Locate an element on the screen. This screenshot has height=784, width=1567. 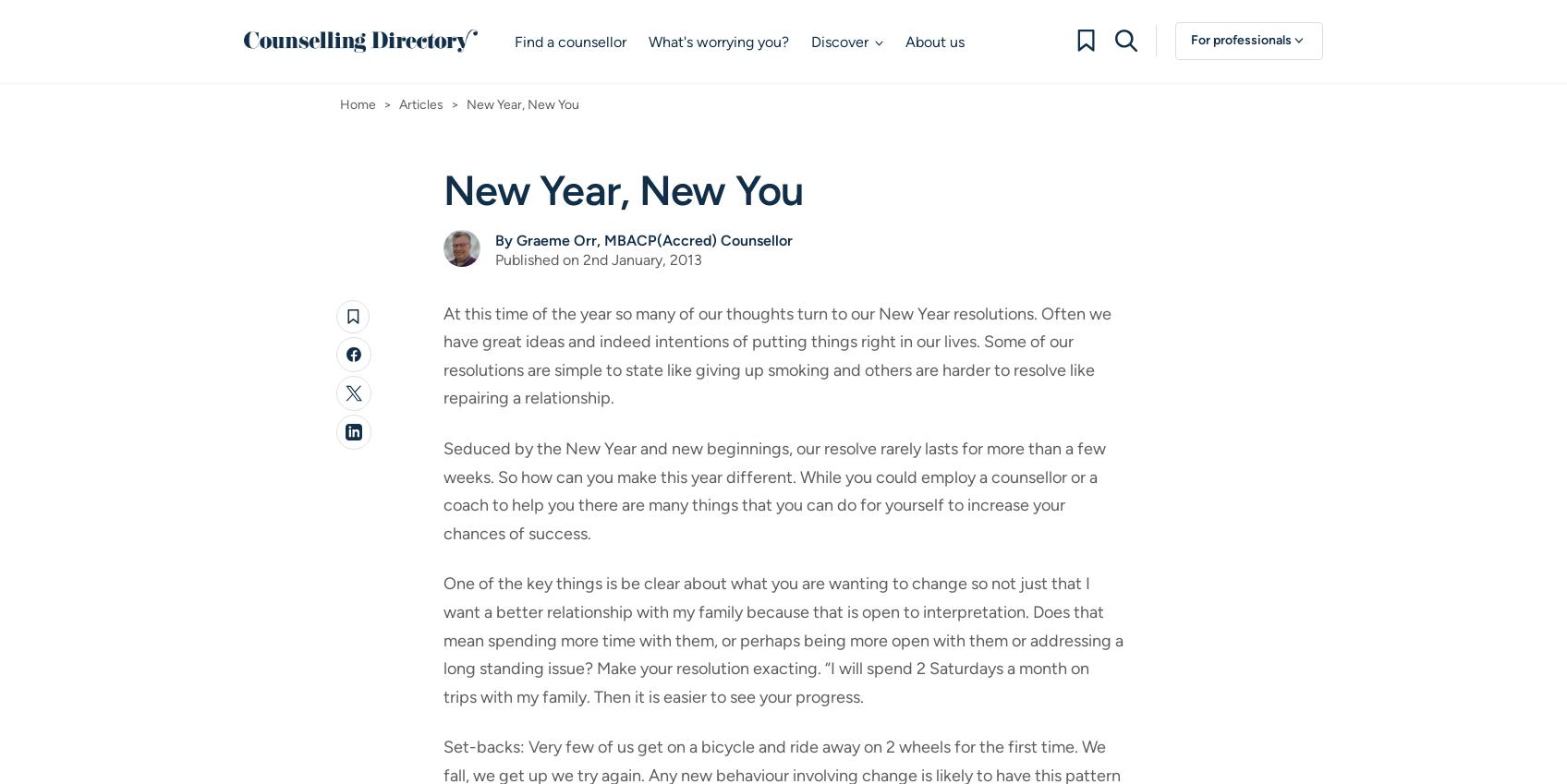
'Find a counsellor' is located at coordinates (569, 41).